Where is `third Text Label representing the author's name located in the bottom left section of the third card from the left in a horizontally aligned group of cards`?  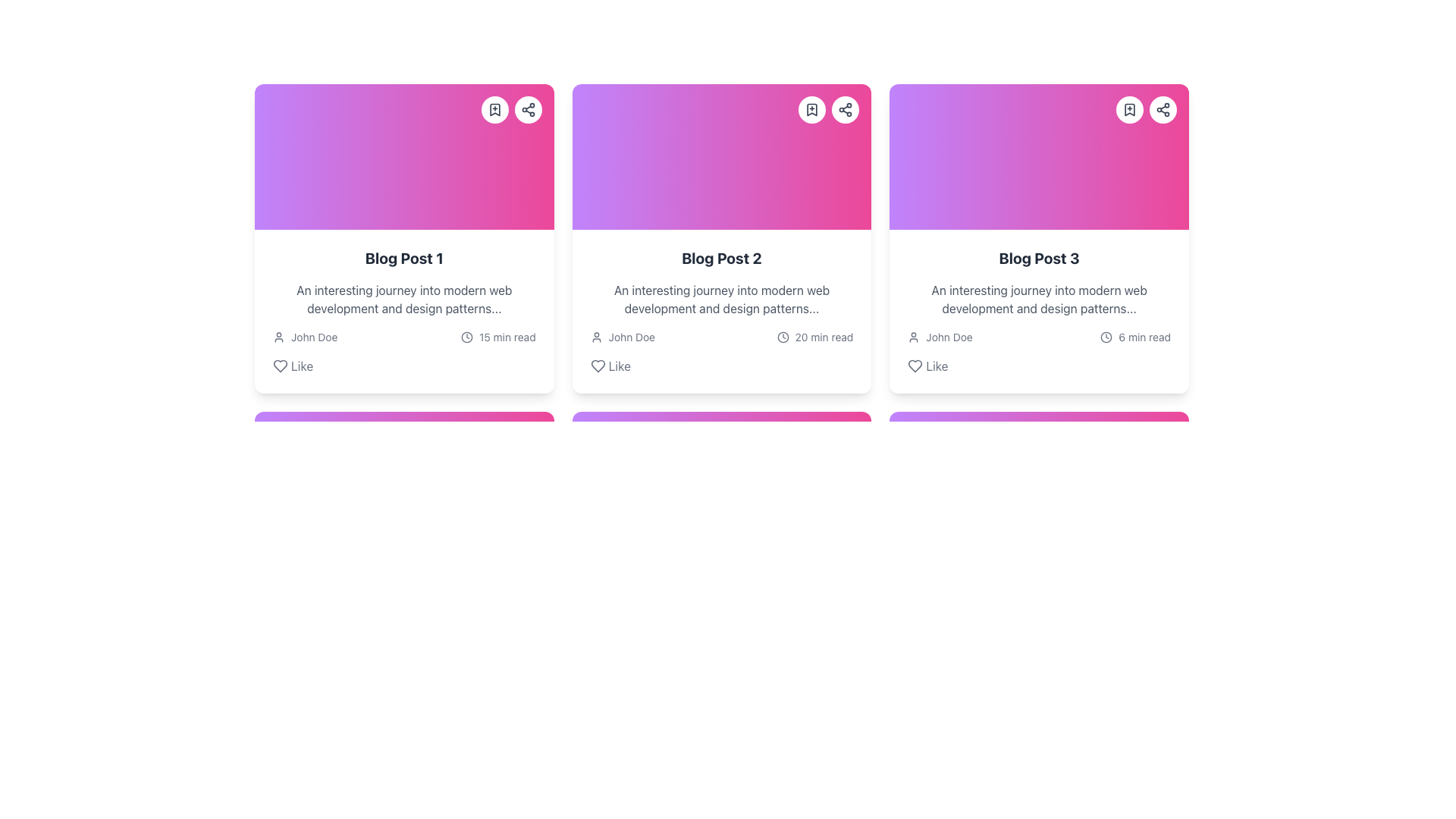
third Text Label representing the author's name located in the bottom left section of the third card from the left in a horizontally aligned group of cards is located at coordinates (949, 336).